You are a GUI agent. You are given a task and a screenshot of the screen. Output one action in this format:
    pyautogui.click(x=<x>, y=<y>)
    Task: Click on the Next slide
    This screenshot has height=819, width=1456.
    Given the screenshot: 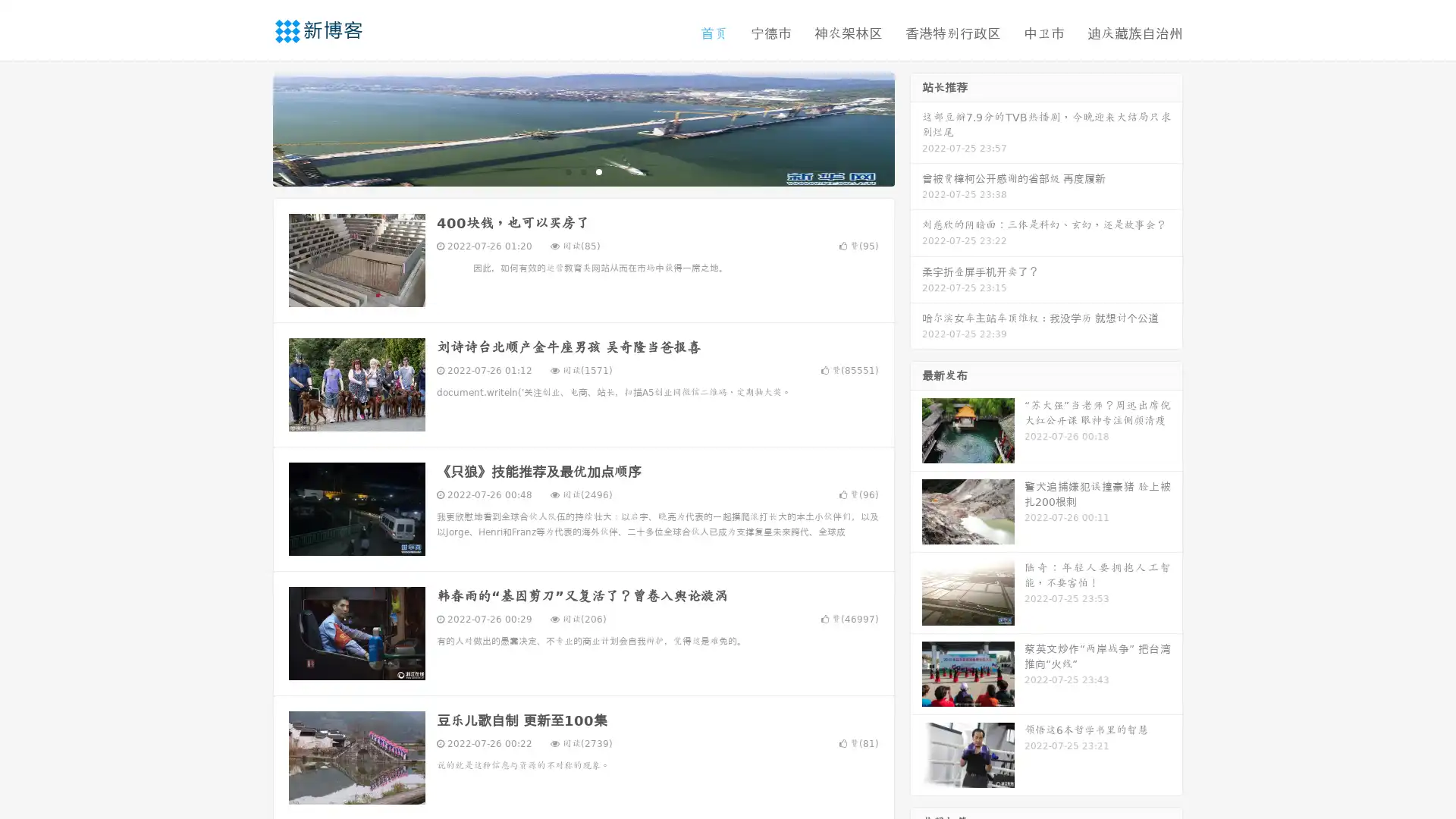 What is the action you would take?
    pyautogui.click(x=916, y=127)
    